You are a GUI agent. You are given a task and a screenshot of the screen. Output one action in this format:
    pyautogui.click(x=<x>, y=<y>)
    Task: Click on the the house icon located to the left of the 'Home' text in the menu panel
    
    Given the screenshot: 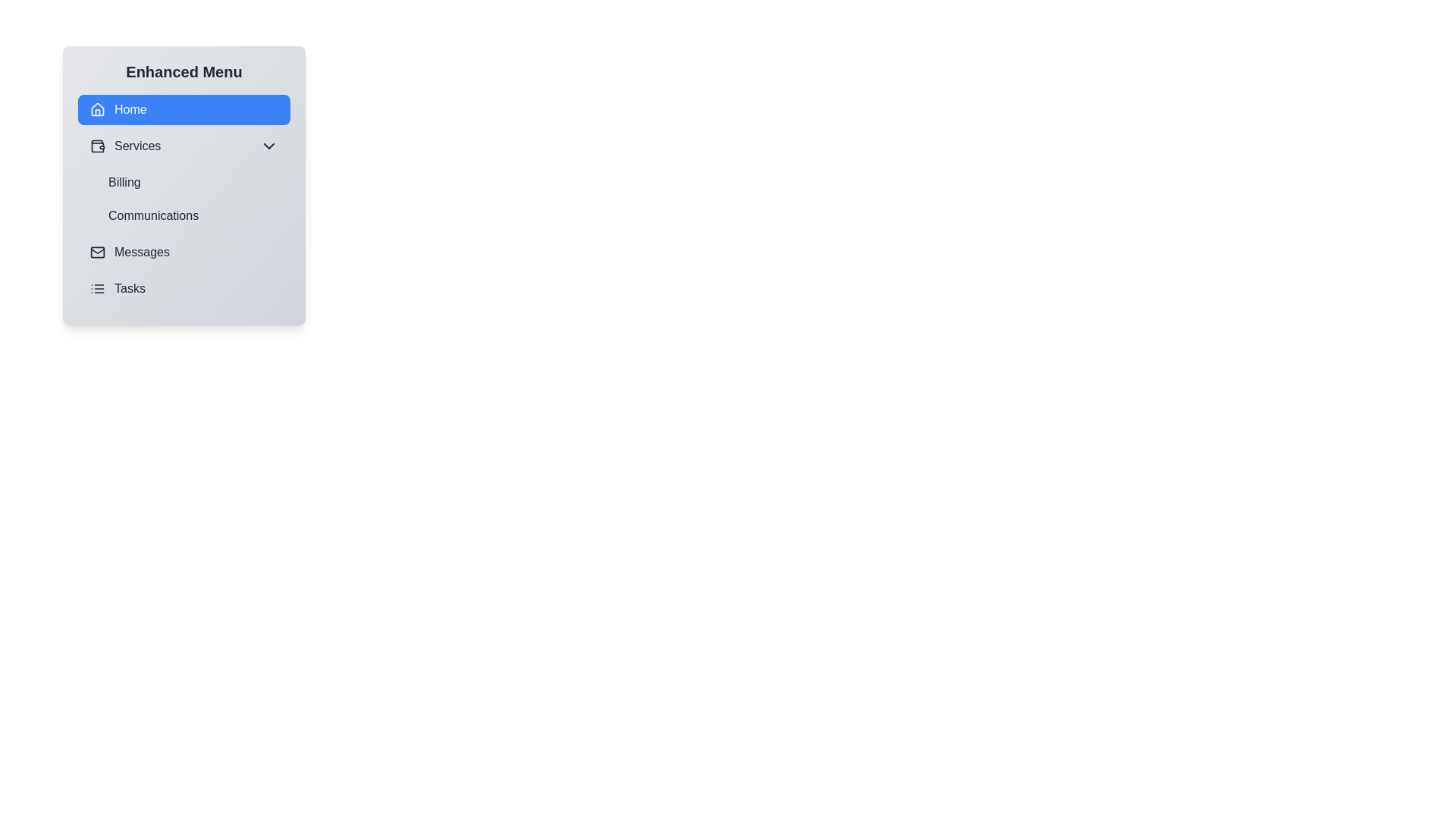 What is the action you would take?
    pyautogui.click(x=97, y=109)
    